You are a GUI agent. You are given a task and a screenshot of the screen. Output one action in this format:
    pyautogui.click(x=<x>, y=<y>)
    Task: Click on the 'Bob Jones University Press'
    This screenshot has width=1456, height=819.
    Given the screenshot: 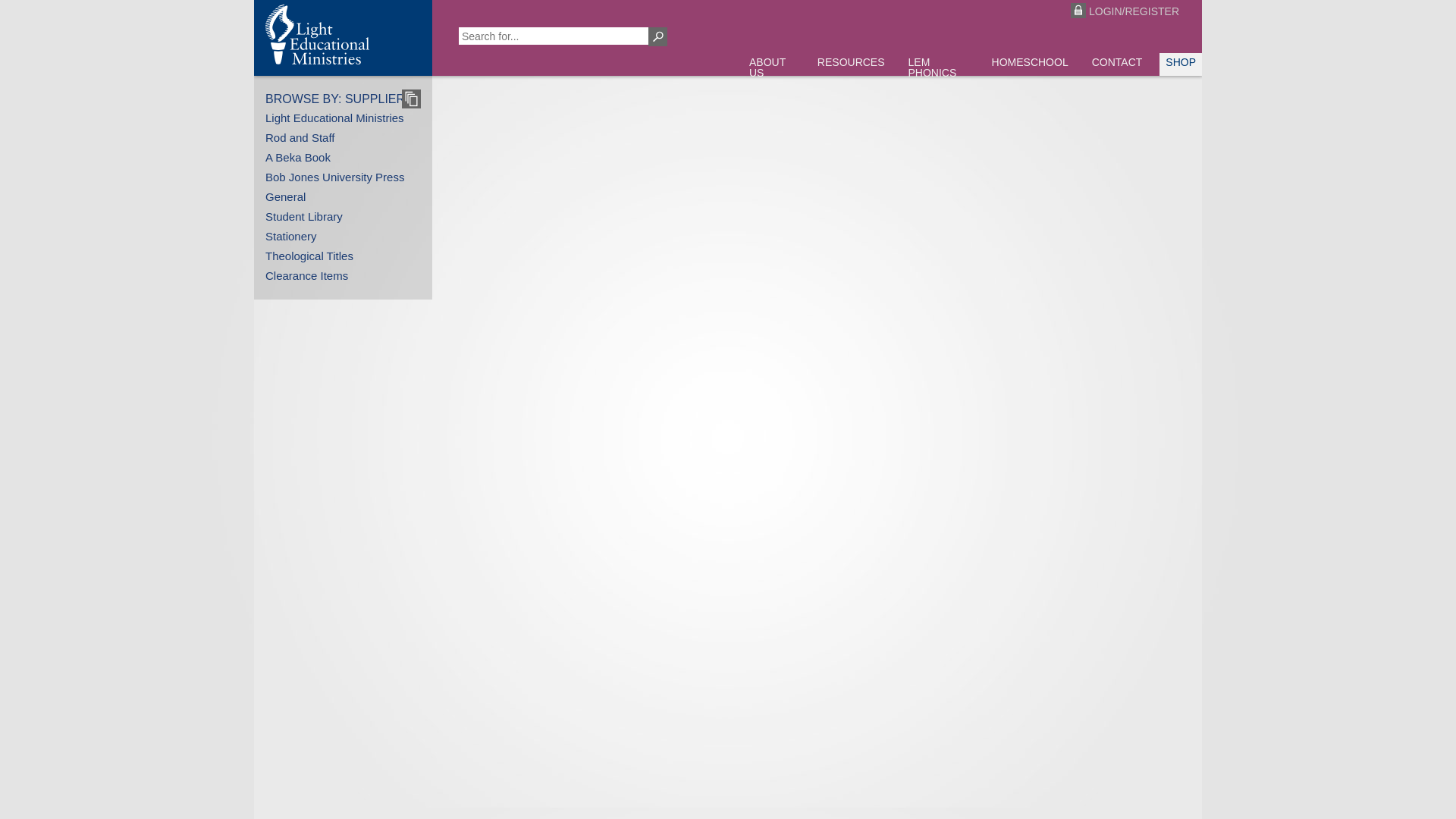 What is the action you would take?
    pyautogui.click(x=334, y=176)
    